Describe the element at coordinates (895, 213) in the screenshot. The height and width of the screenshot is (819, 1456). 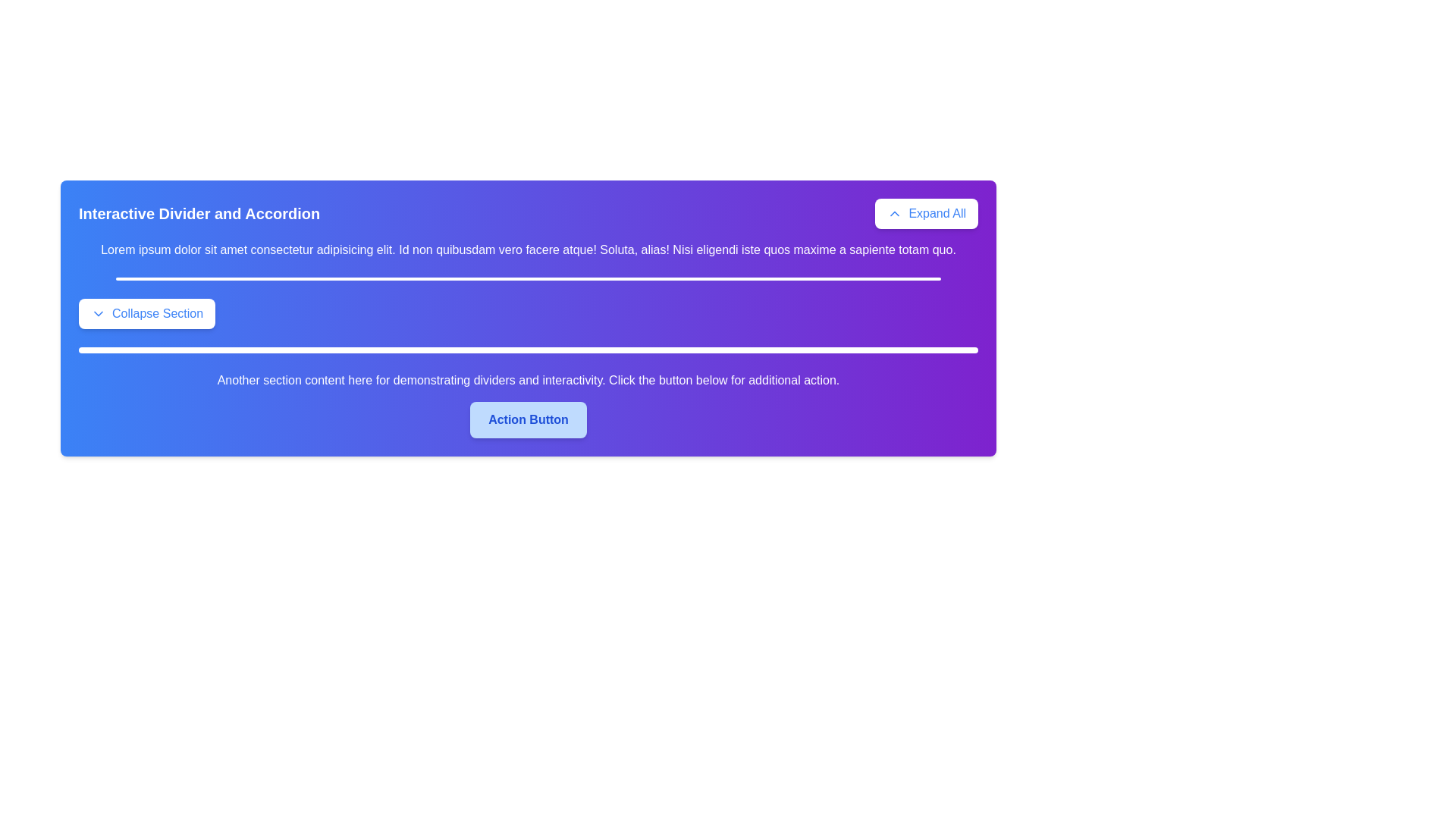
I see `the upward-pointing chevron arrow icon located next to the 'Expand All' button at the top-right of the interface` at that location.